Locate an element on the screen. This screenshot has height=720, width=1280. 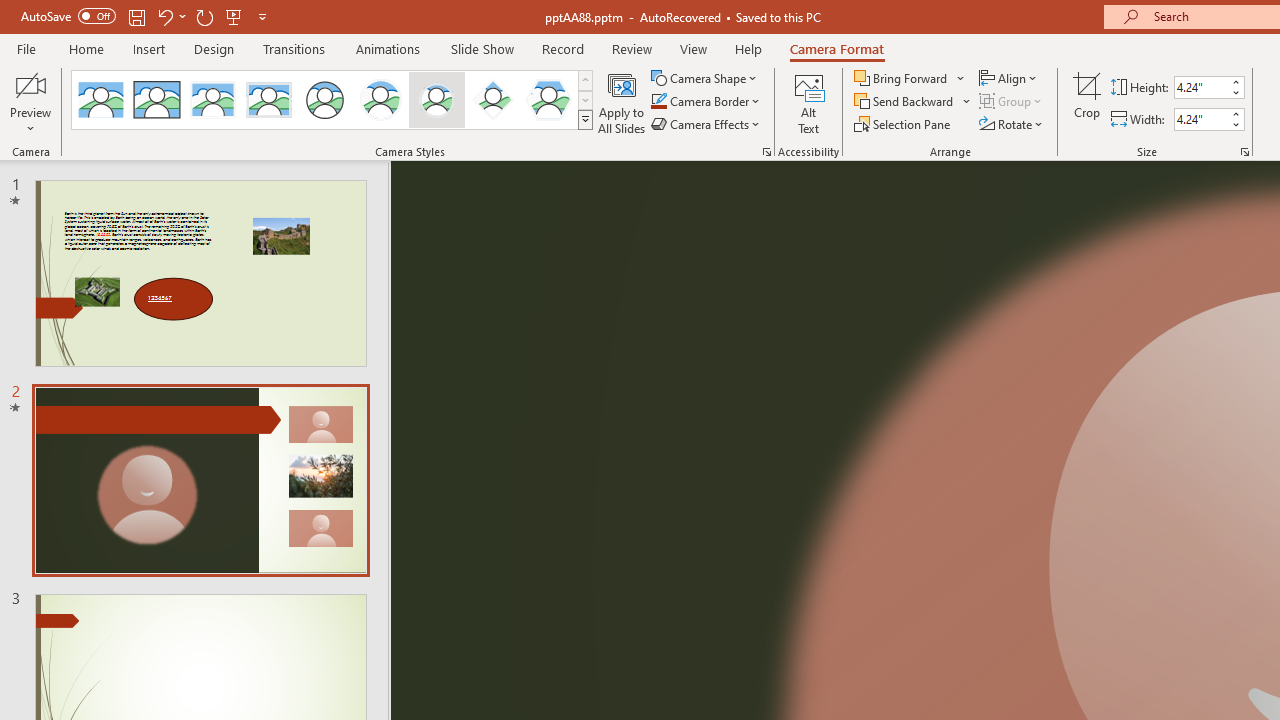
'Save' is located at coordinates (135, 16).